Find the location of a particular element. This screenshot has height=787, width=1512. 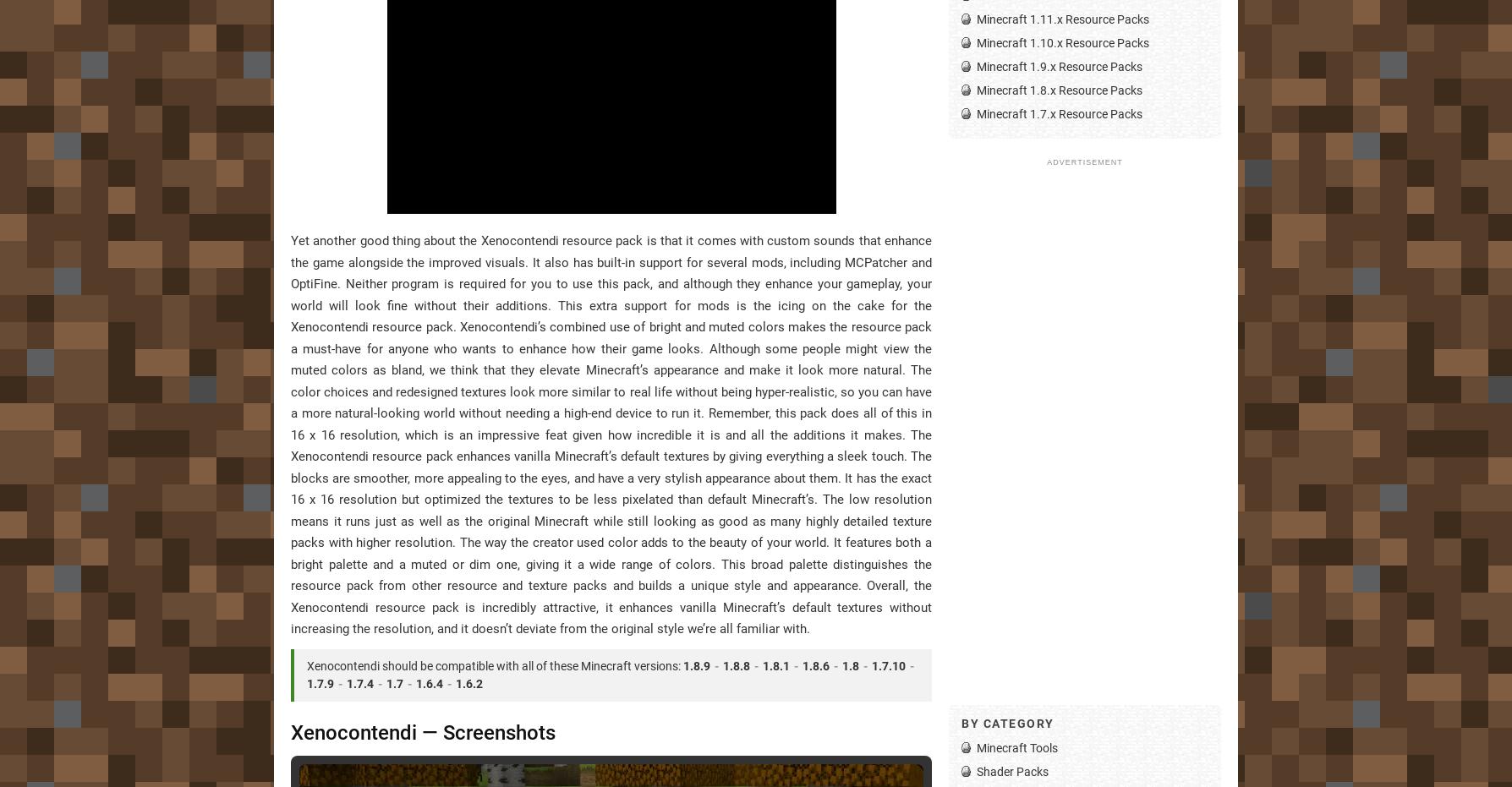

'1.7.10' is located at coordinates (888, 664).